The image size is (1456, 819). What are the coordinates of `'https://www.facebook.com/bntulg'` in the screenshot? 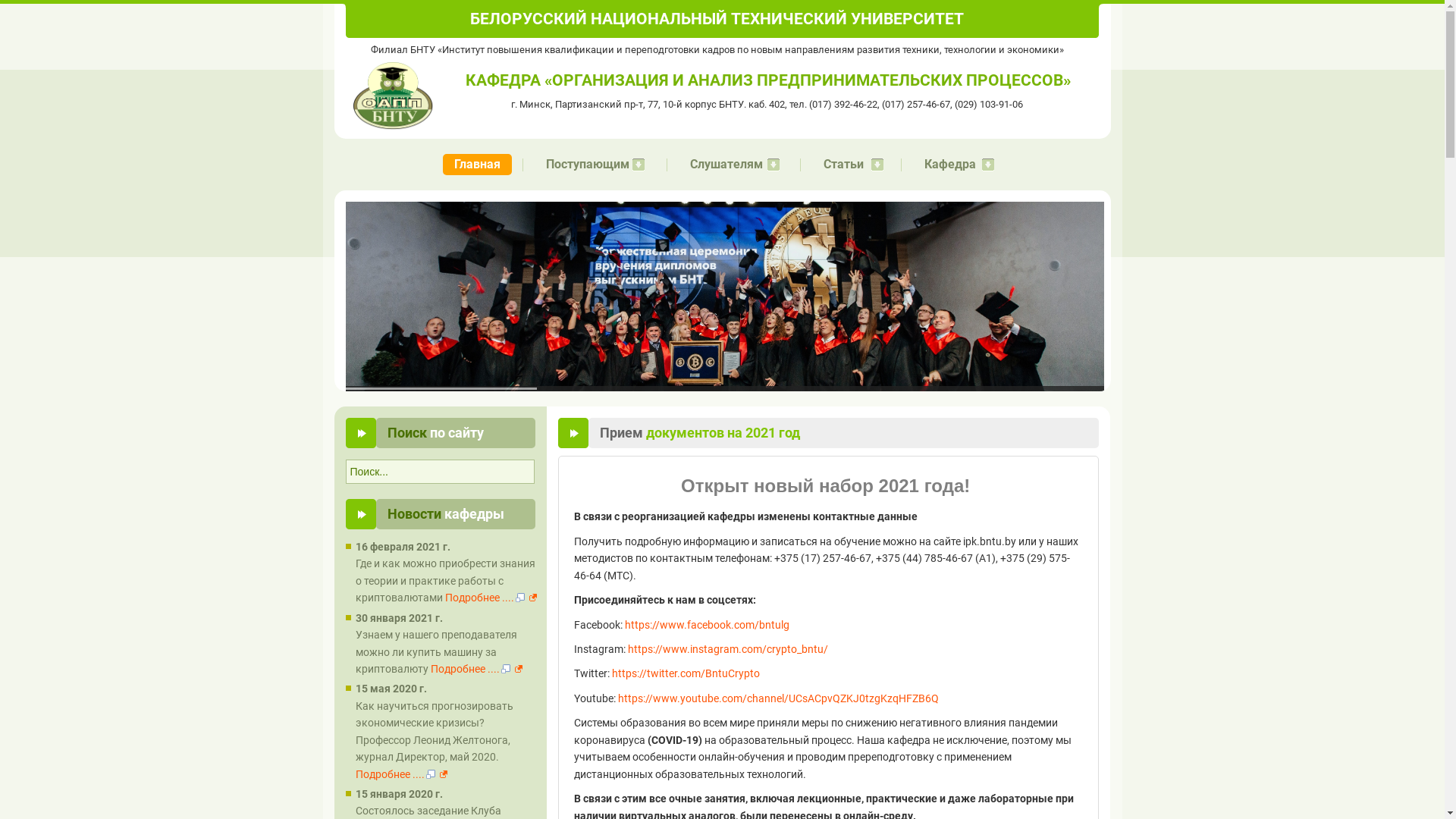 It's located at (625, 625).